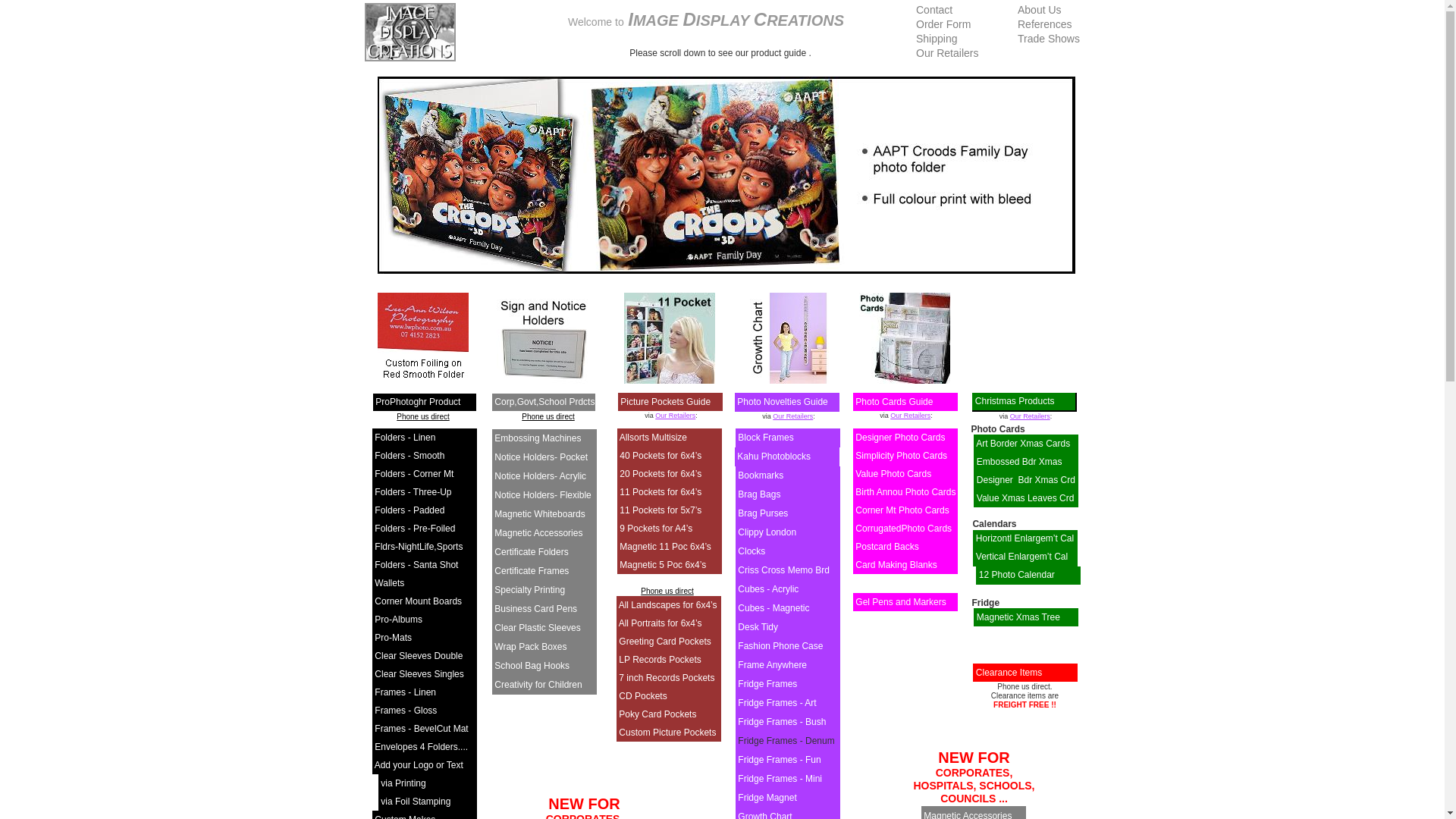 The width and height of the screenshot is (1456, 819). What do you see at coordinates (409, 455) in the screenshot?
I see `'Folders - Smooth'` at bounding box center [409, 455].